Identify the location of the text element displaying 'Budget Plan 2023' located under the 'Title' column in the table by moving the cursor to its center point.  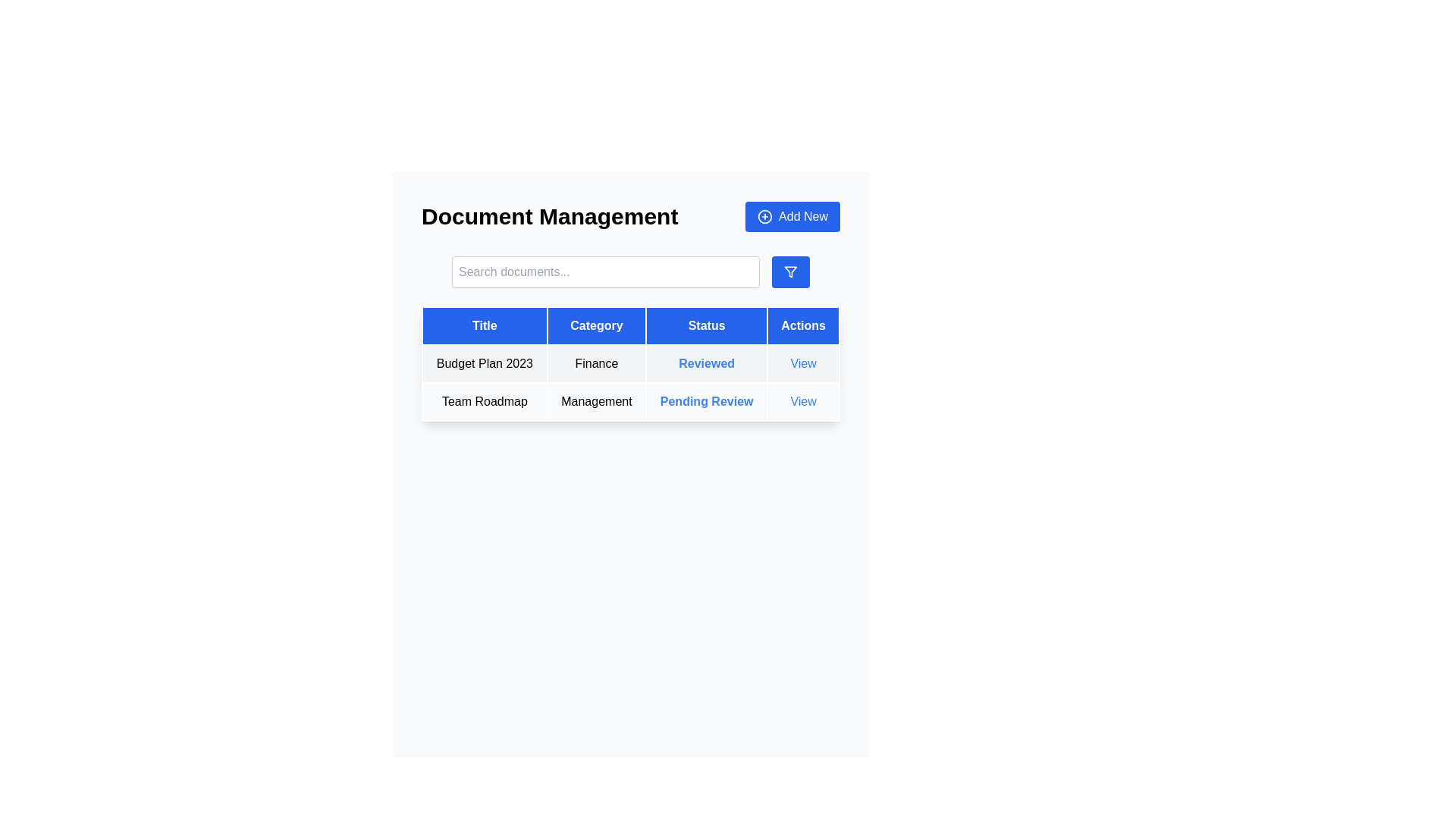
(484, 363).